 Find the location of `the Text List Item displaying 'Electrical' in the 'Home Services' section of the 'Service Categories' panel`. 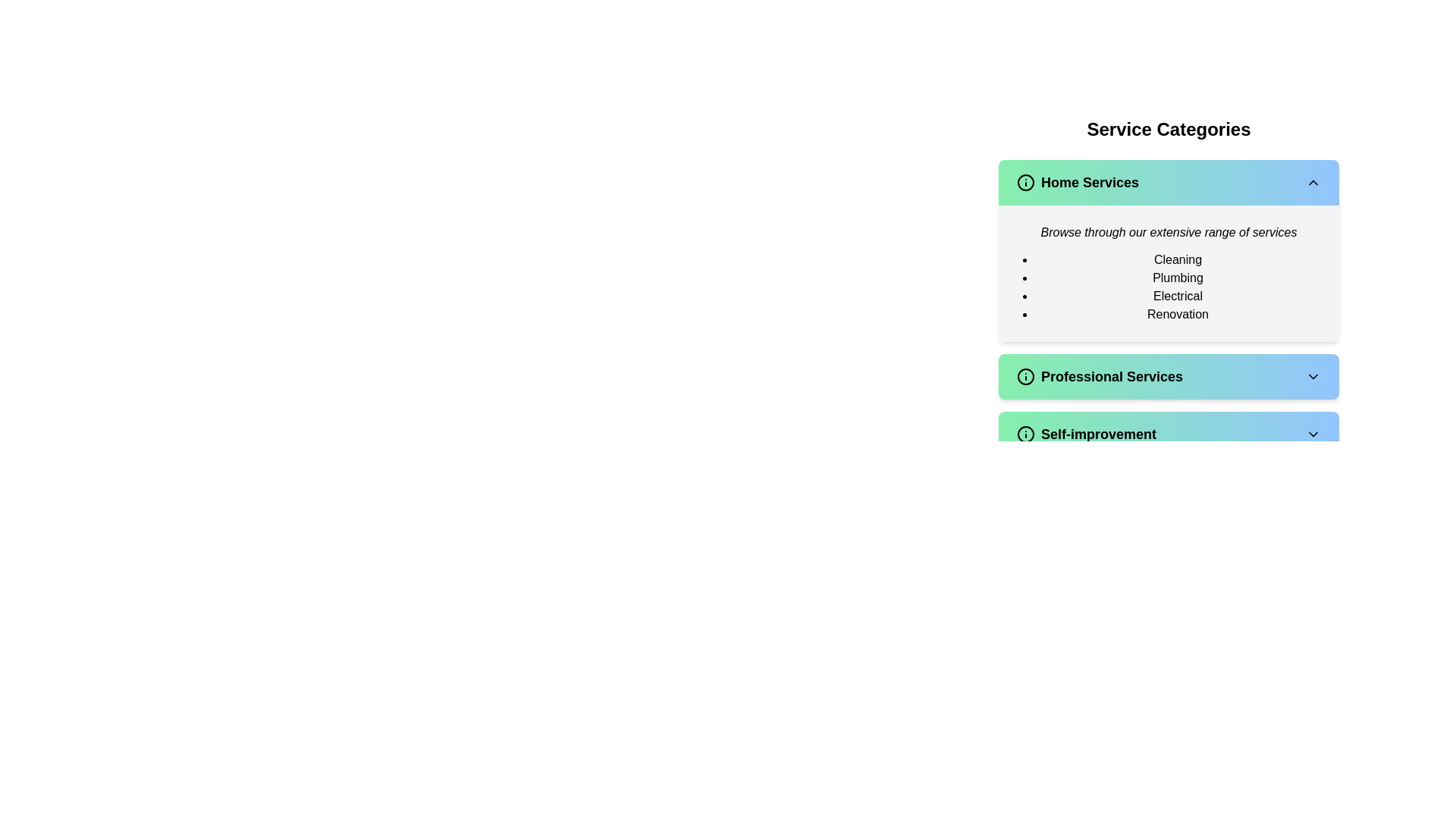

the Text List Item displaying 'Electrical' in the 'Home Services' section of the 'Service Categories' panel is located at coordinates (1168, 287).